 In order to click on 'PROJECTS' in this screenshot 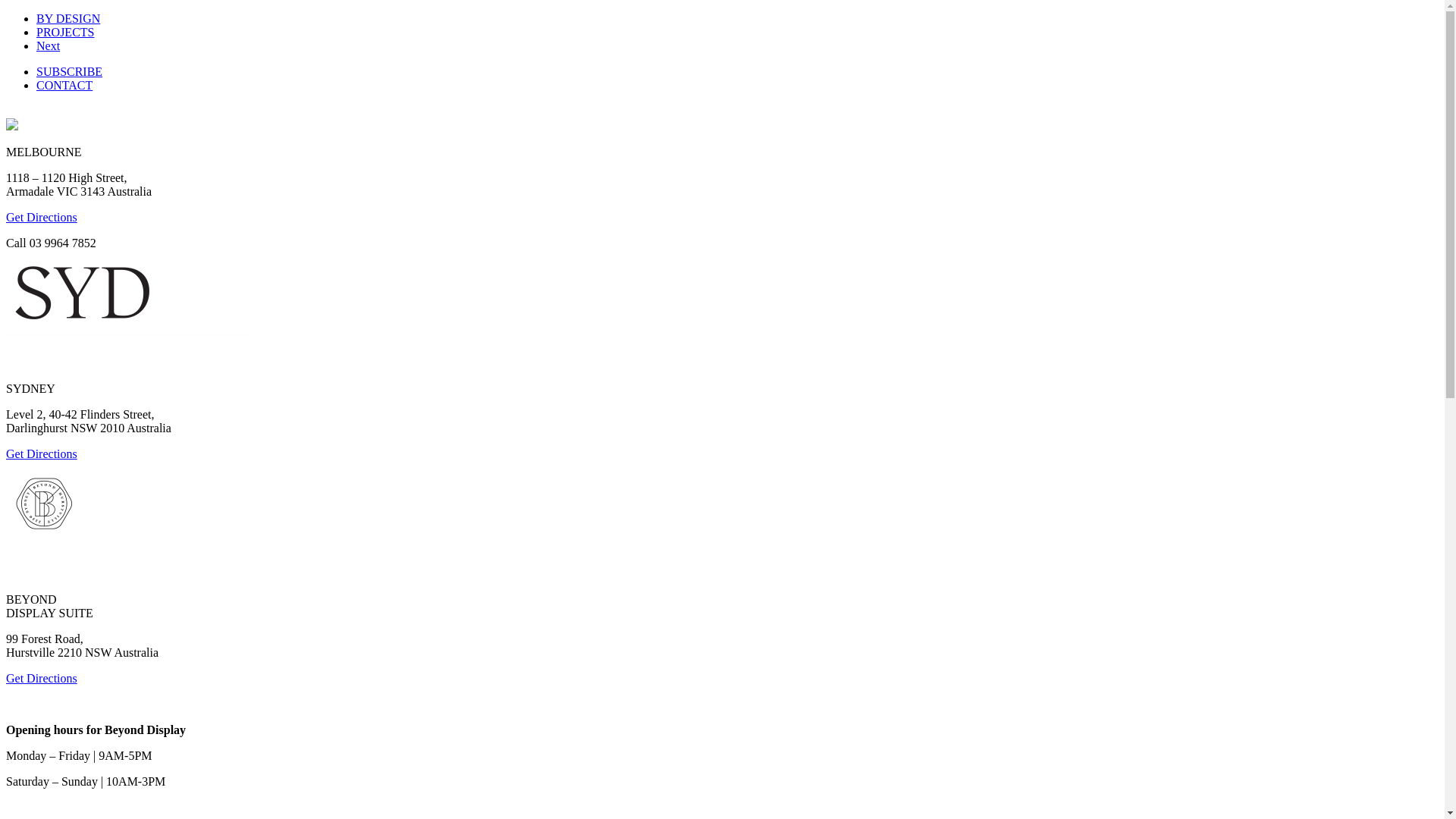, I will do `click(64, 32)`.